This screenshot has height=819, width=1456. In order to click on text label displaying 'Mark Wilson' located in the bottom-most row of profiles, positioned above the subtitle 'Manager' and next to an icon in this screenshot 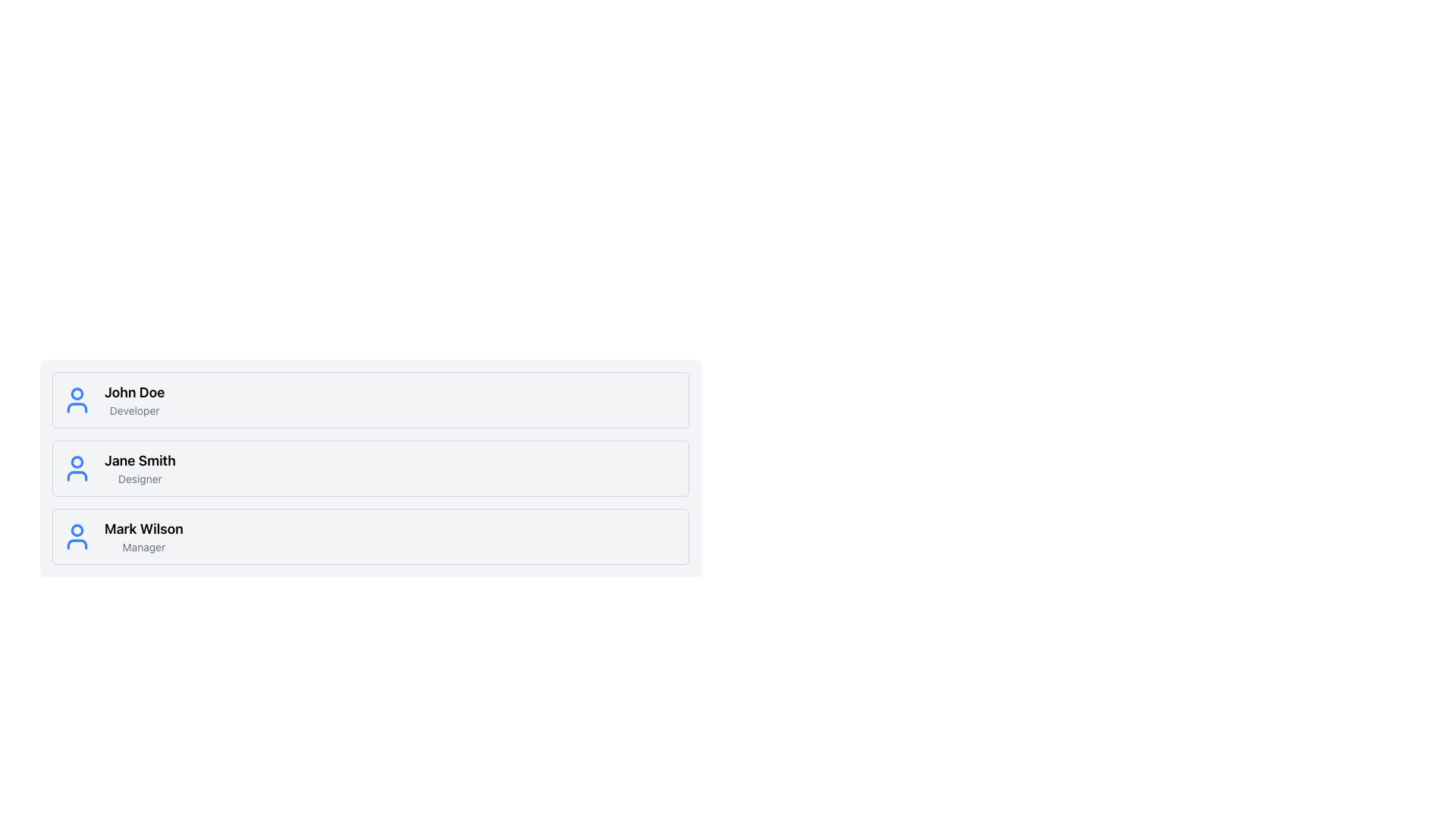, I will do `click(143, 529)`.